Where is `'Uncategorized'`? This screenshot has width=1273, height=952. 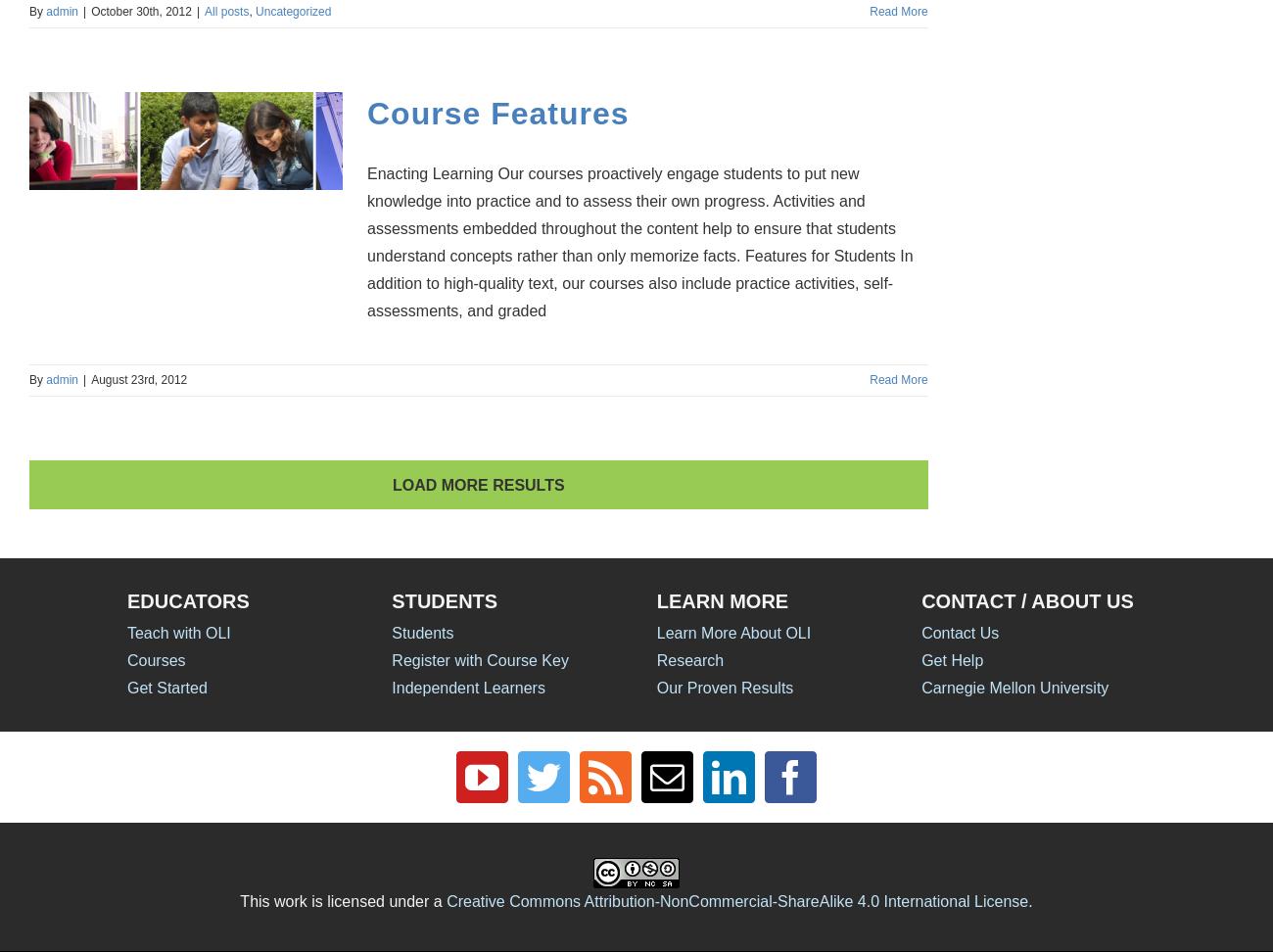 'Uncategorized' is located at coordinates (293, 10).